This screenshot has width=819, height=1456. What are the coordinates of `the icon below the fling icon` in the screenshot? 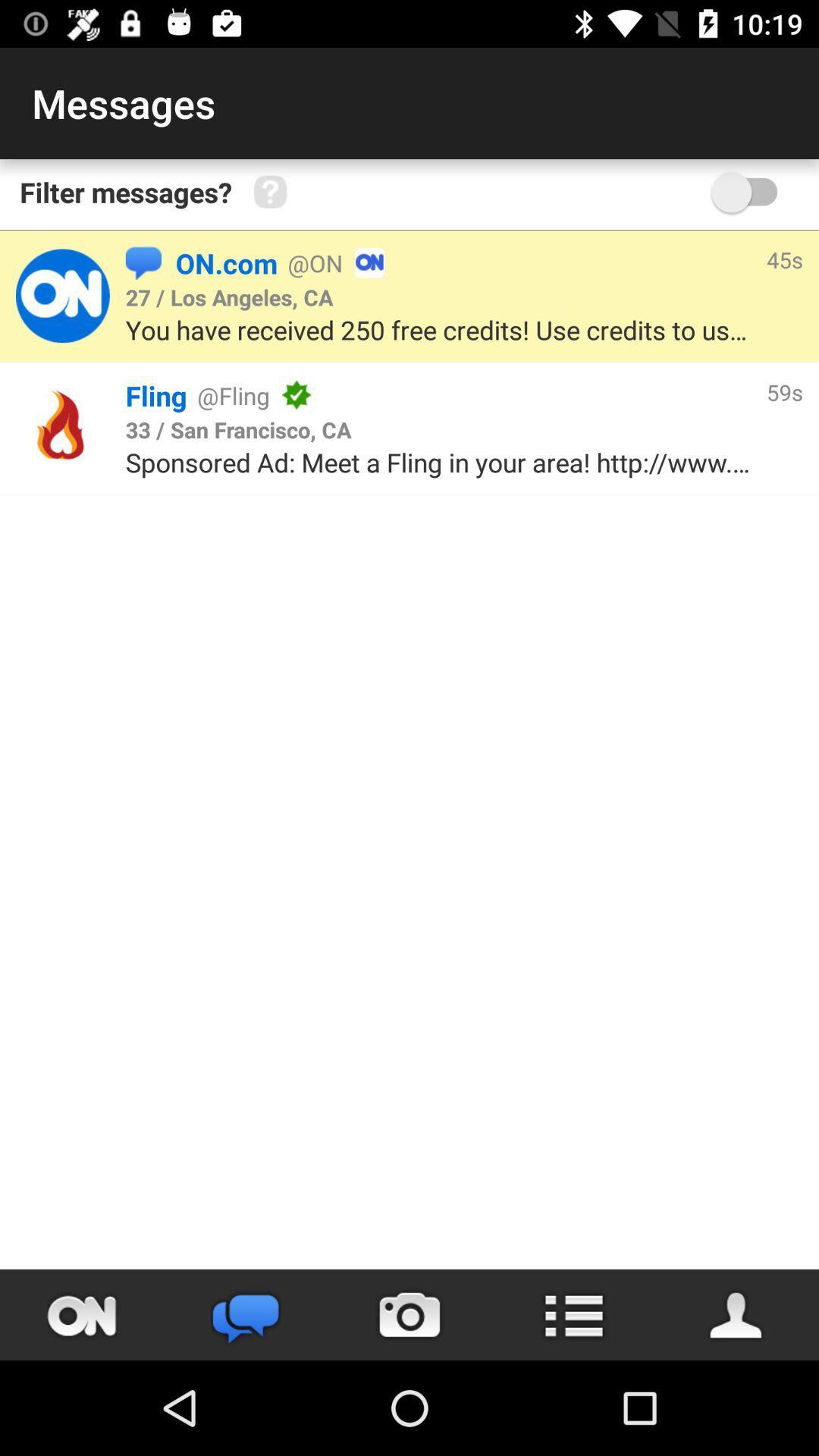 It's located at (238, 428).